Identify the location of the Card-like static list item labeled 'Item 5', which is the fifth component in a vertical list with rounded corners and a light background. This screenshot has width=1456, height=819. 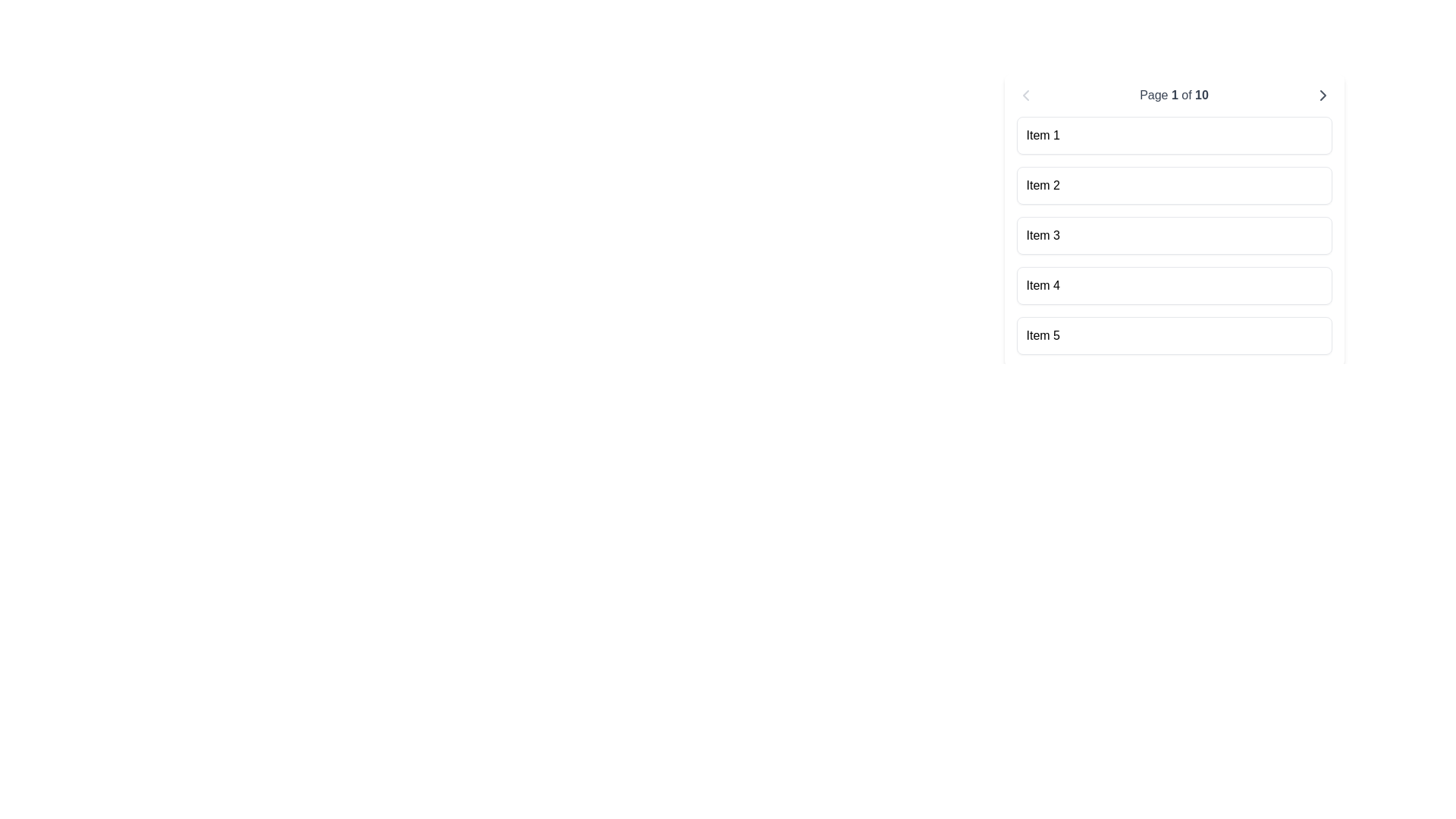
(1173, 335).